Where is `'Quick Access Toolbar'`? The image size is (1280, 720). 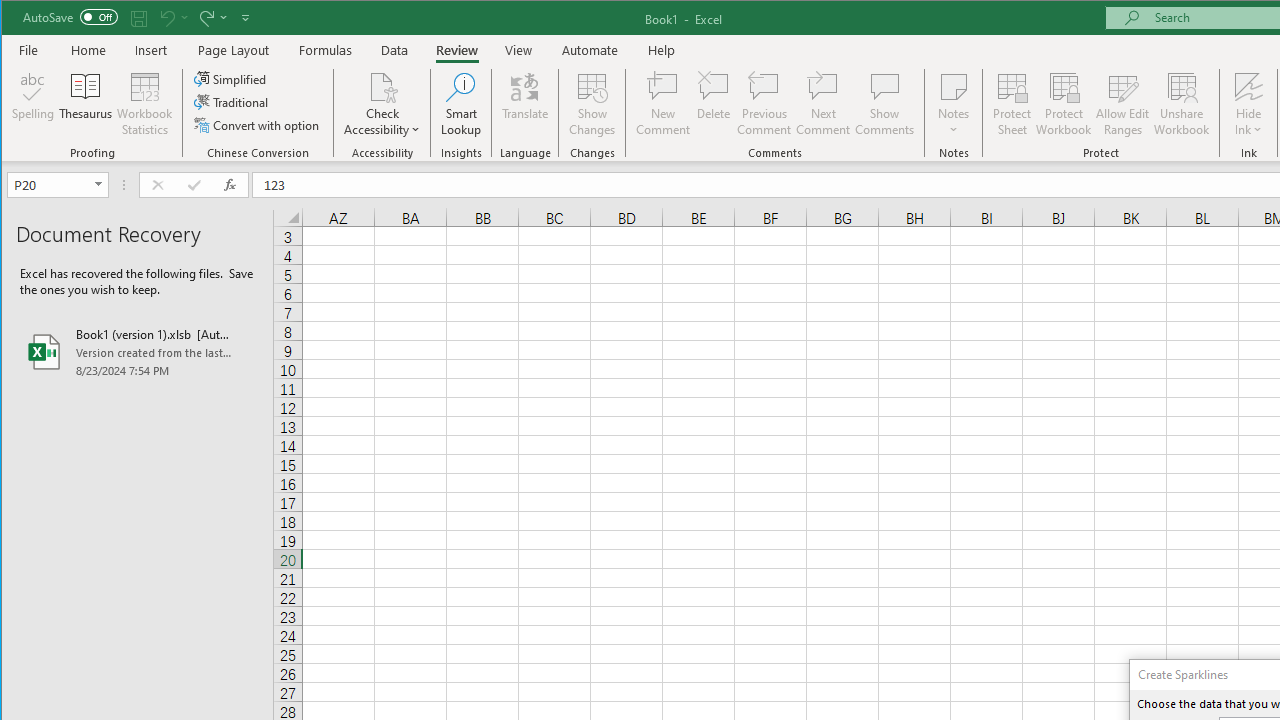
'Quick Access Toolbar' is located at coordinates (137, 18).